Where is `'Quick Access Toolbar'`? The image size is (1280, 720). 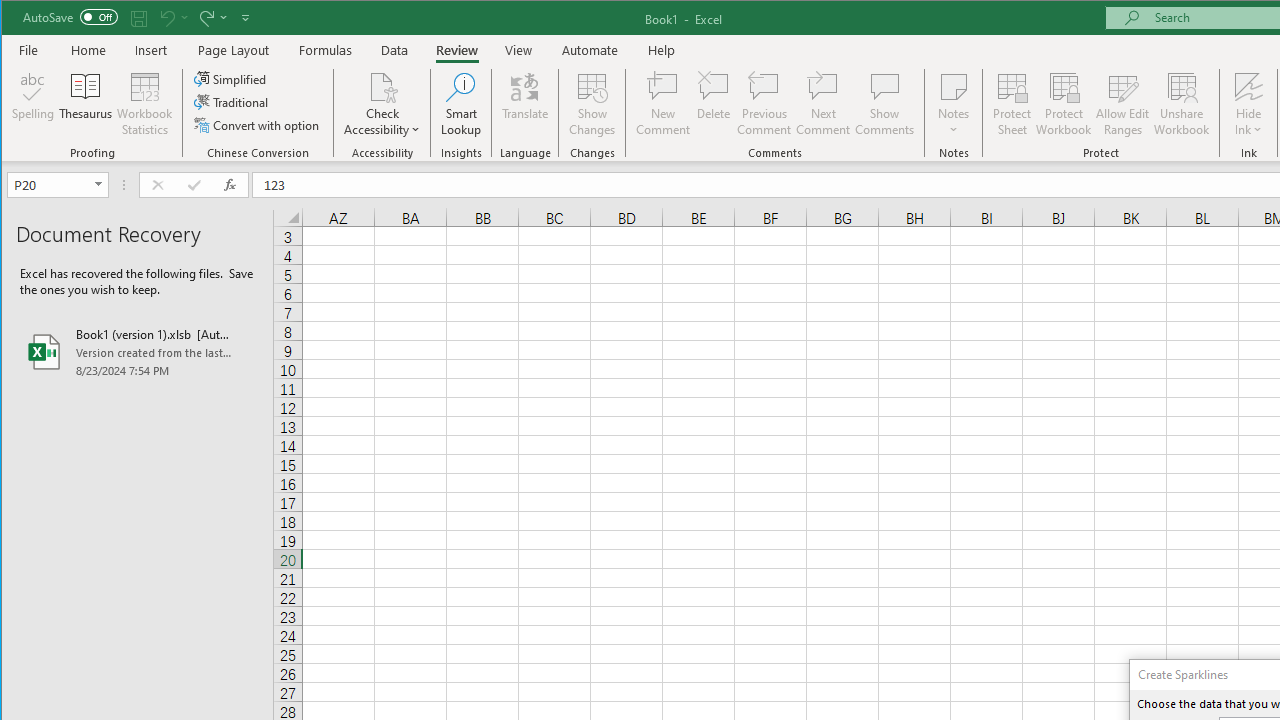
'Quick Access Toolbar' is located at coordinates (137, 18).